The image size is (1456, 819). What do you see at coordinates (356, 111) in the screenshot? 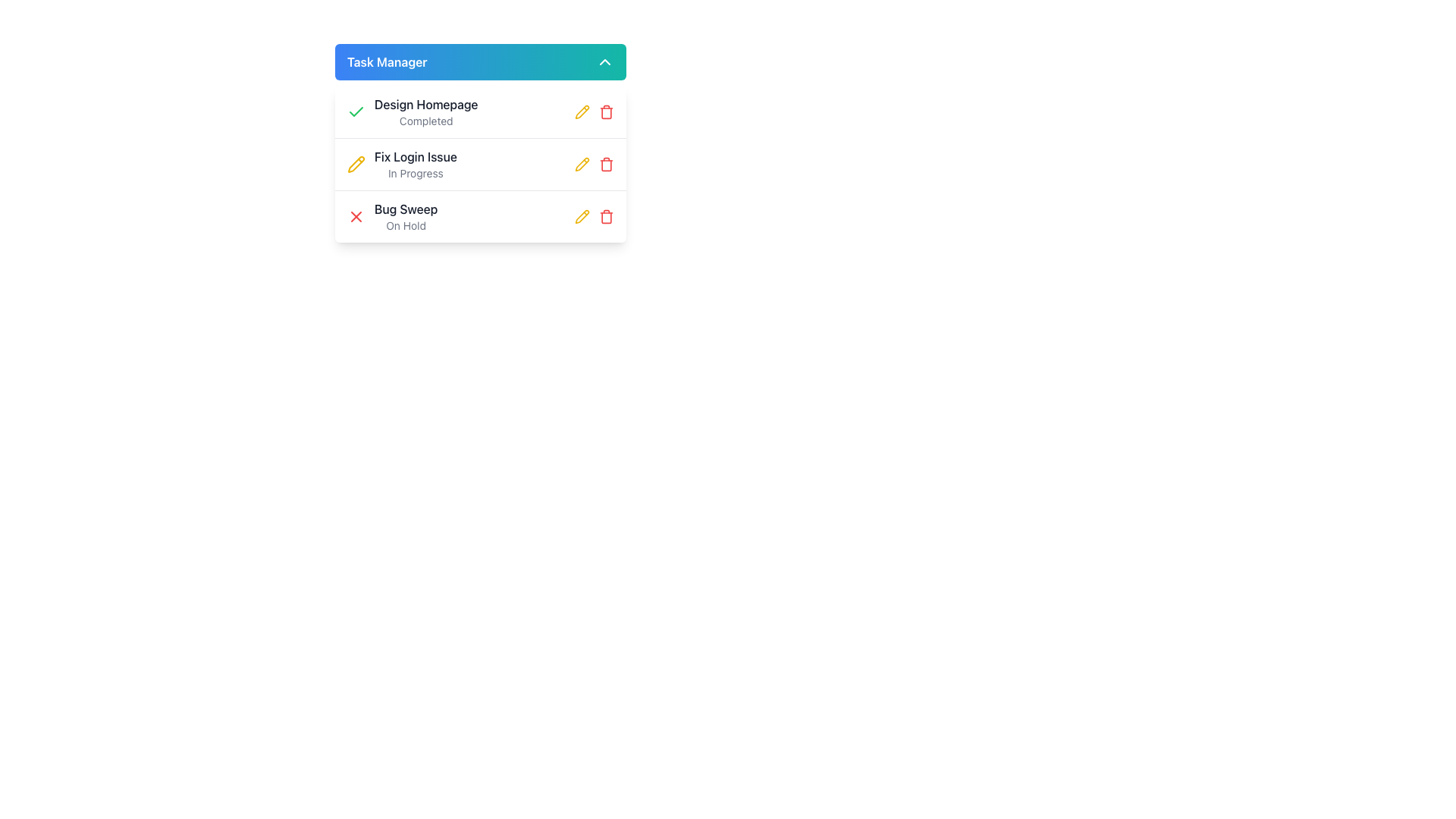
I see `the green checkmark icon located next to the 'Design Homepage' text in the task list interface` at bounding box center [356, 111].